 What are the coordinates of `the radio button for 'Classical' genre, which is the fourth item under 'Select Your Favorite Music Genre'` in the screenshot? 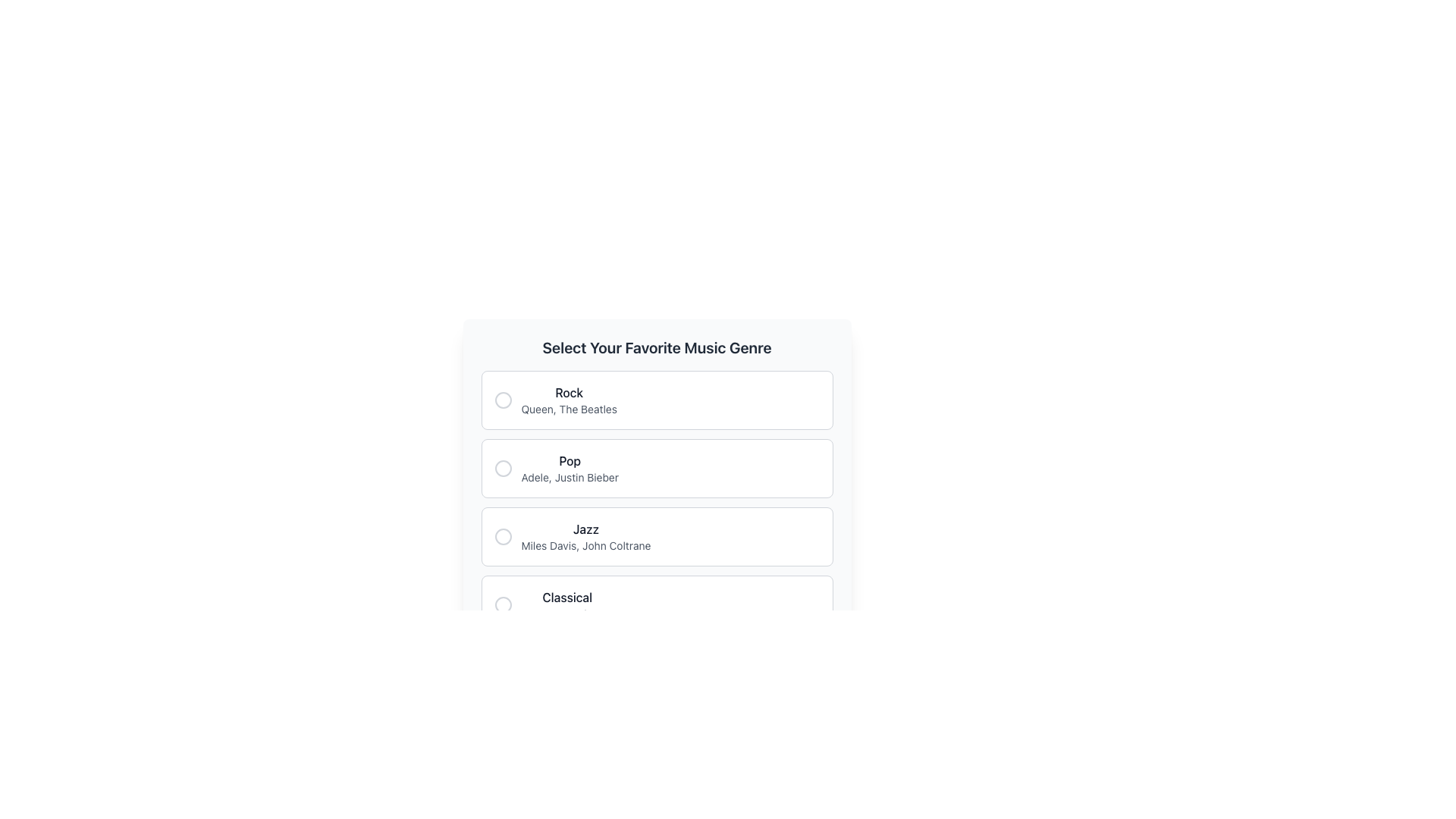 It's located at (657, 604).